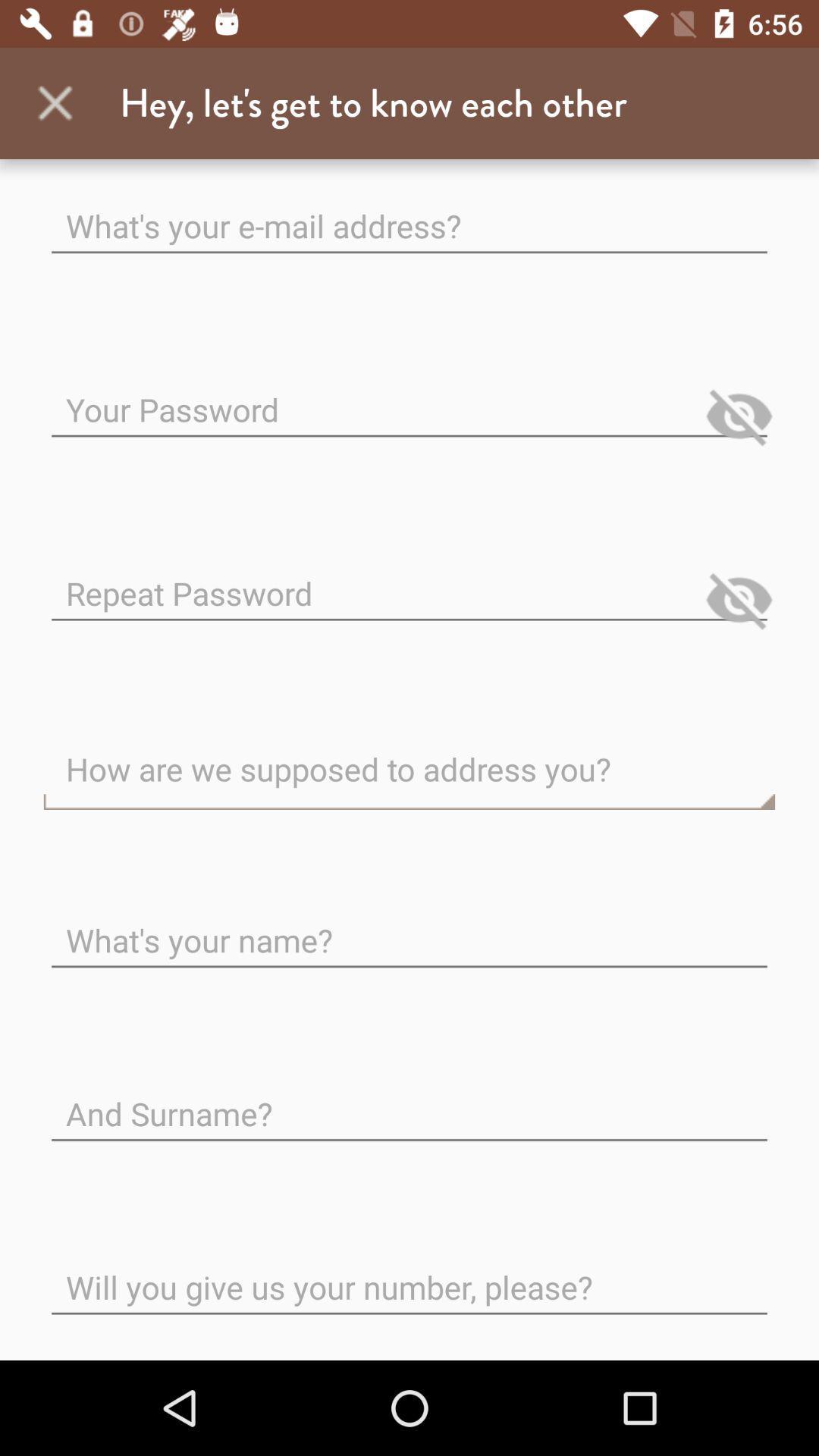  Describe the element at coordinates (55, 102) in the screenshot. I see `the icon at the top left corner` at that location.